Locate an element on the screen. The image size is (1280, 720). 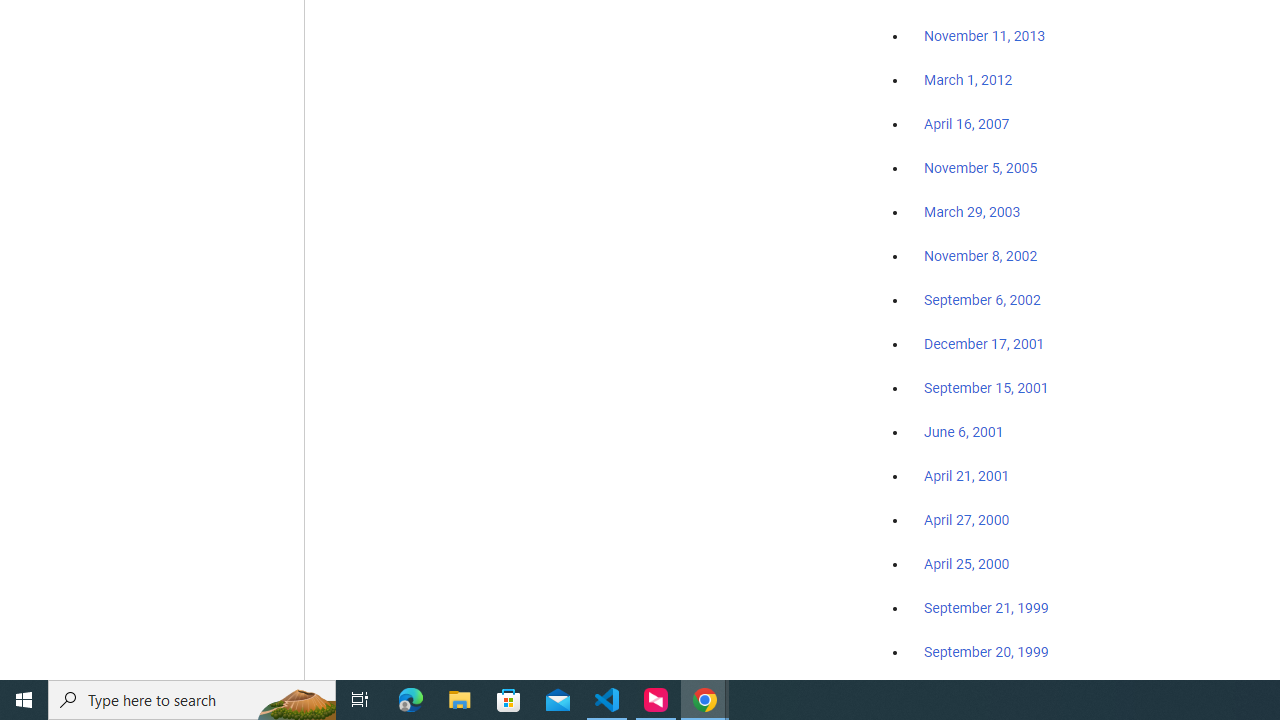
'April 21, 2001' is located at coordinates (967, 476).